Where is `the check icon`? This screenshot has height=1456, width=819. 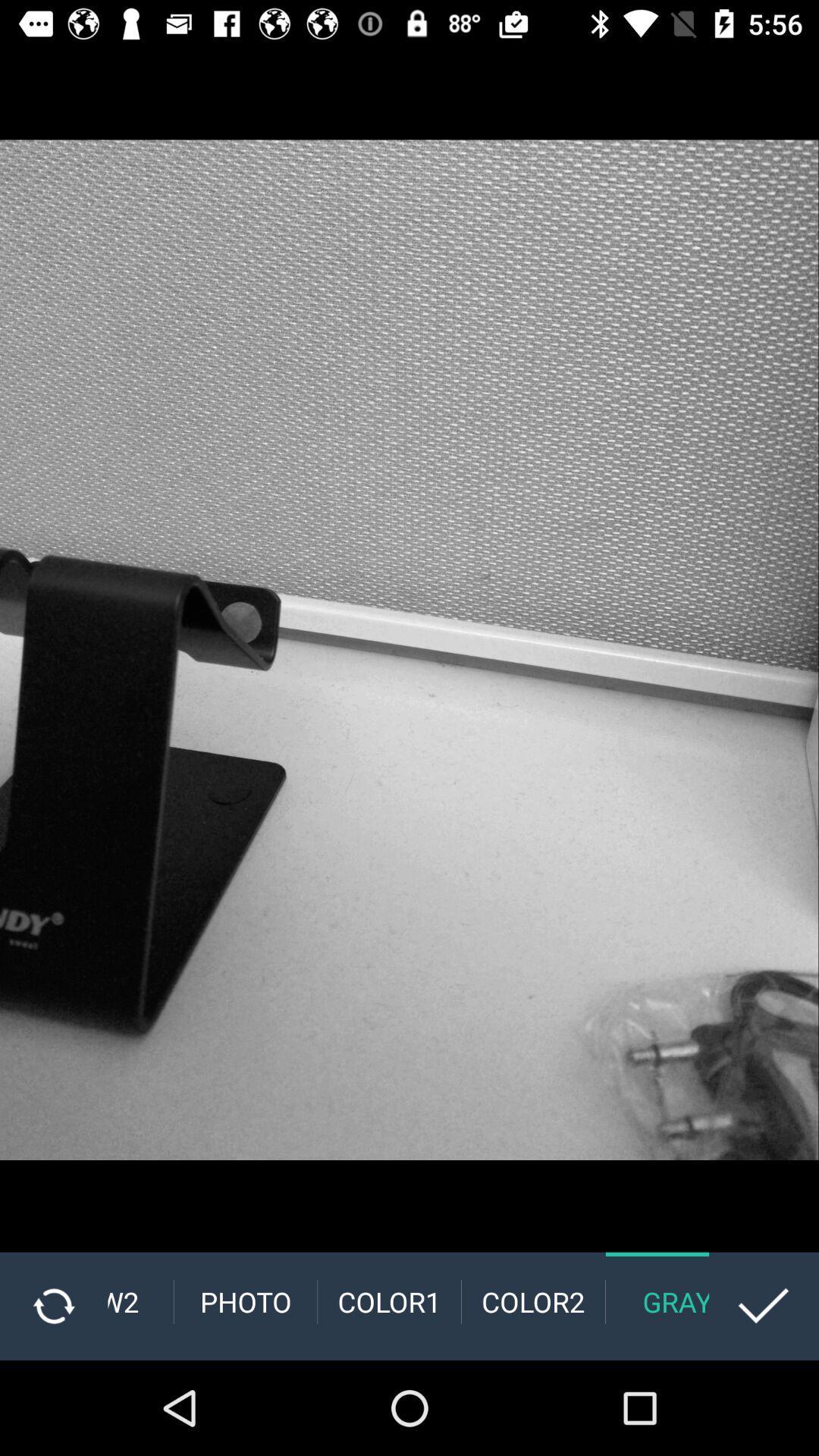
the check icon is located at coordinates (764, 1305).